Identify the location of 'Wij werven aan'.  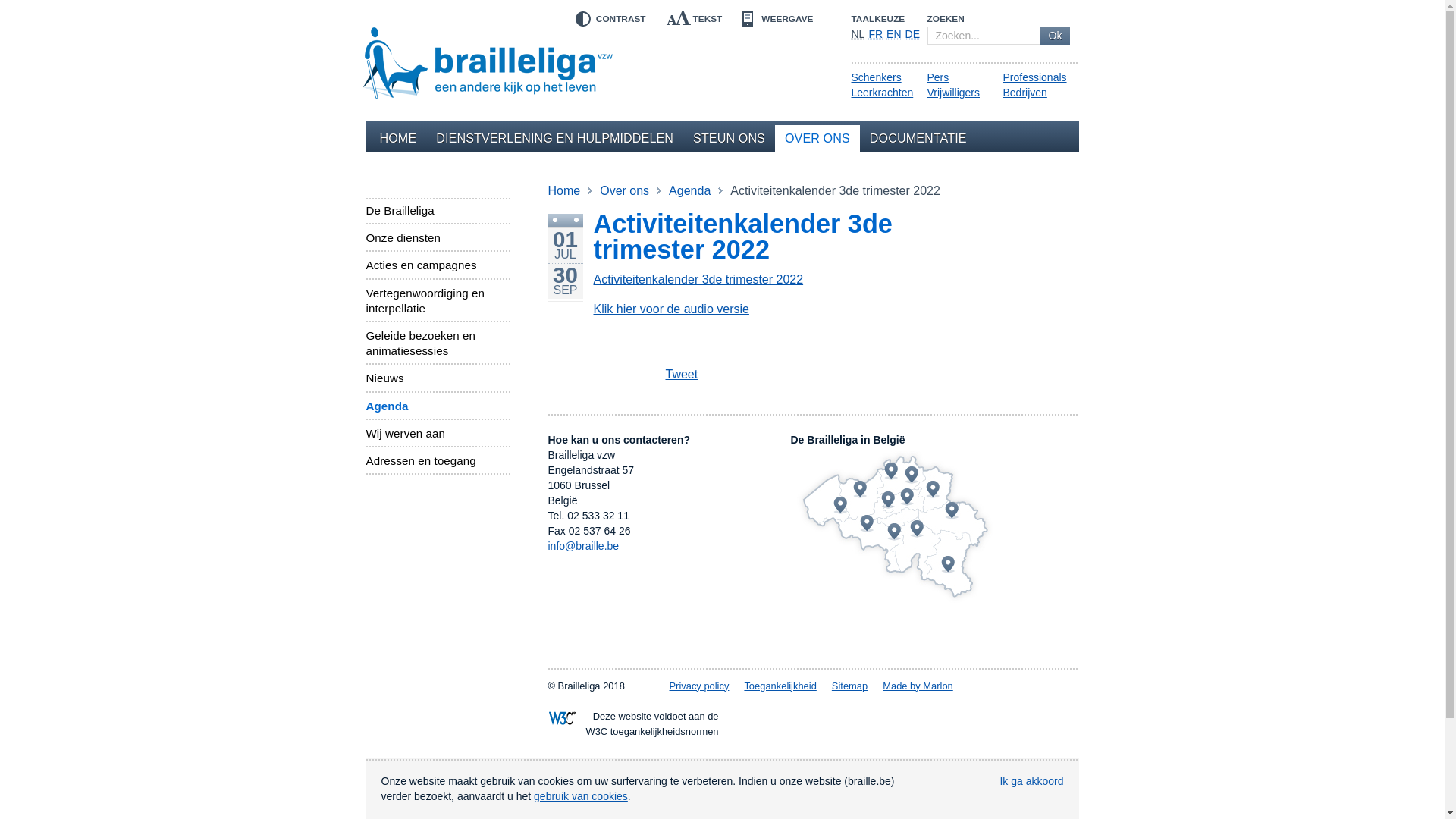
(365, 433).